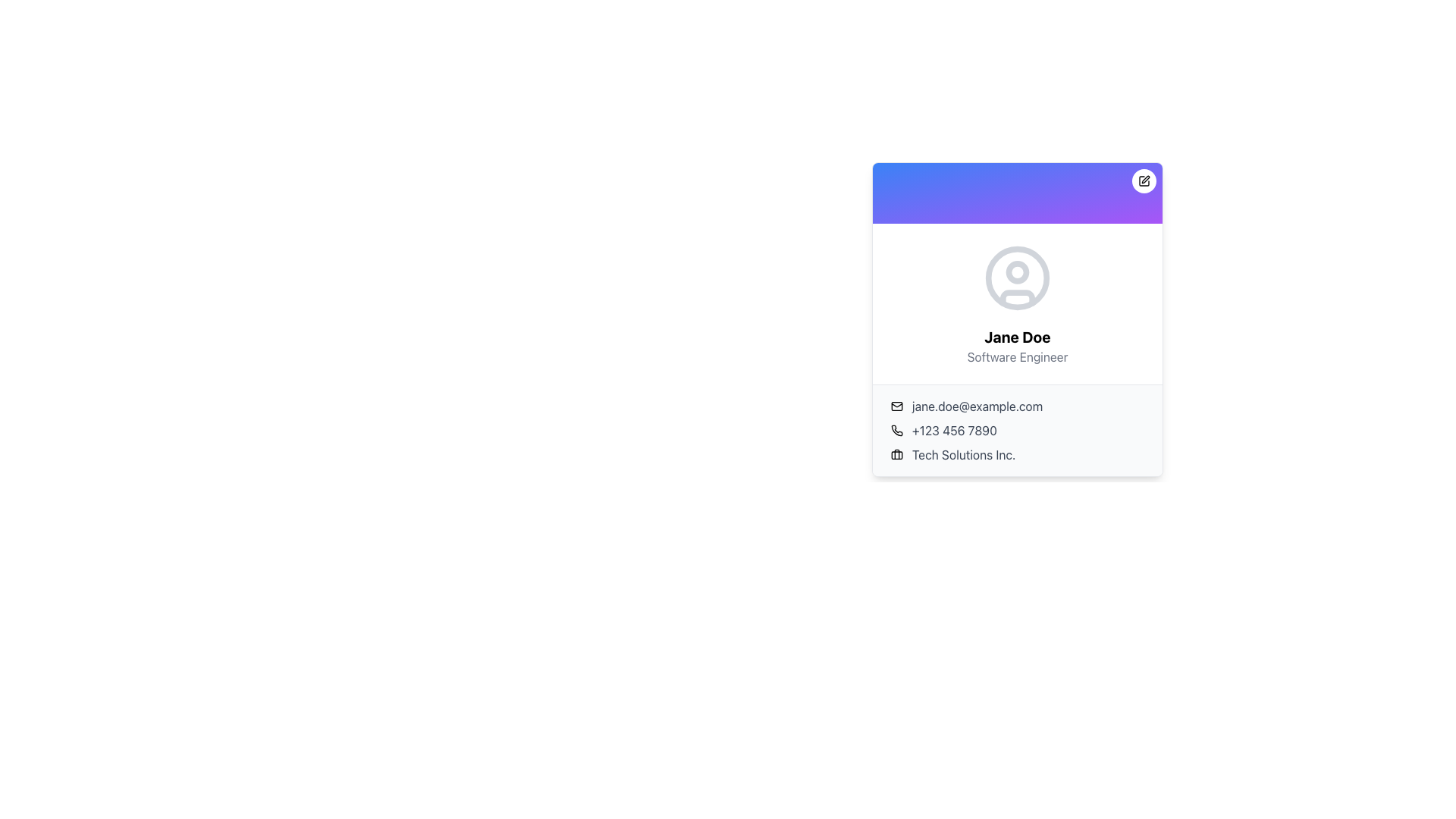  Describe the element at coordinates (1018, 271) in the screenshot. I see `the small circle icon within the user information card's SVG profile picture area` at that location.